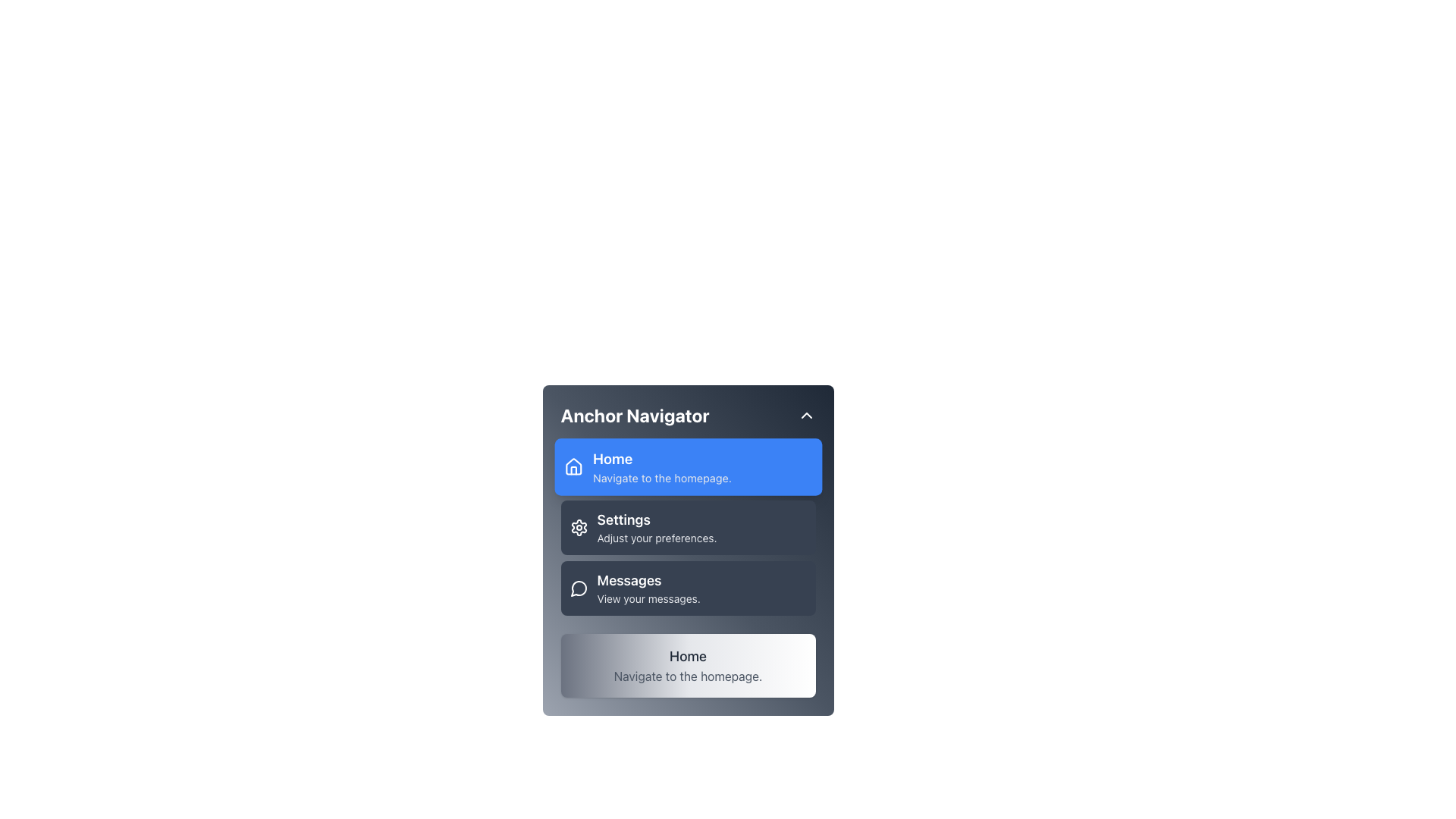 Image resolution: width=1456 pixels, height=819 pixels. What do you see at coordinates (648, 580) in the screenshot?
I see `the text label that serves as a descriptive heading for the messages navigation item, positioned below the 'Settings' block and above the 'View your messages.' text` at bounding box center [648, 580].